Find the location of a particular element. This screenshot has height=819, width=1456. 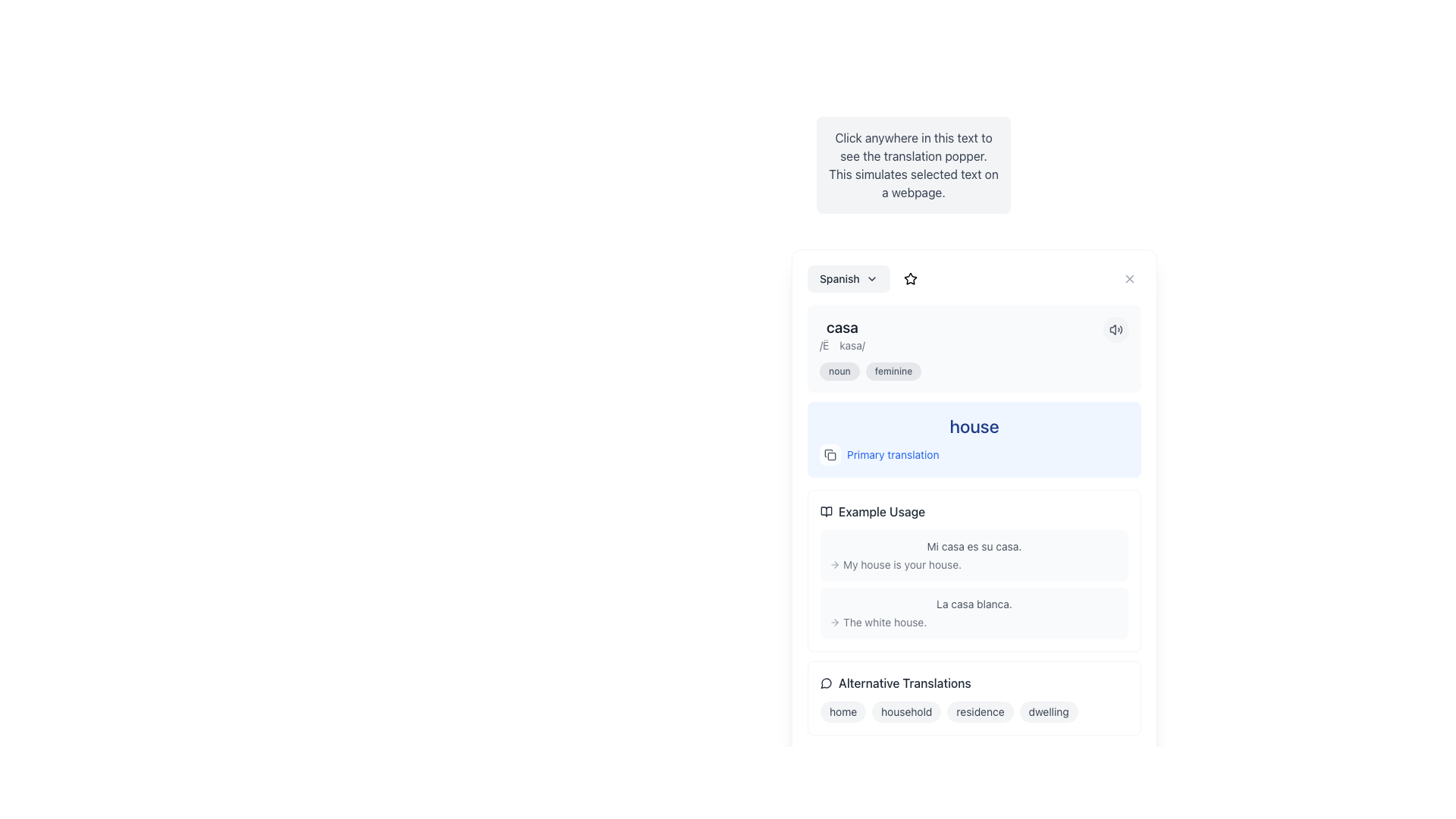

the text label styled as a pill-shaped button with the text 'residence', which is the third element in a horizontal group of four similar buttons located in the 'Alternative Translations' section is located at coordinates (974, 711).